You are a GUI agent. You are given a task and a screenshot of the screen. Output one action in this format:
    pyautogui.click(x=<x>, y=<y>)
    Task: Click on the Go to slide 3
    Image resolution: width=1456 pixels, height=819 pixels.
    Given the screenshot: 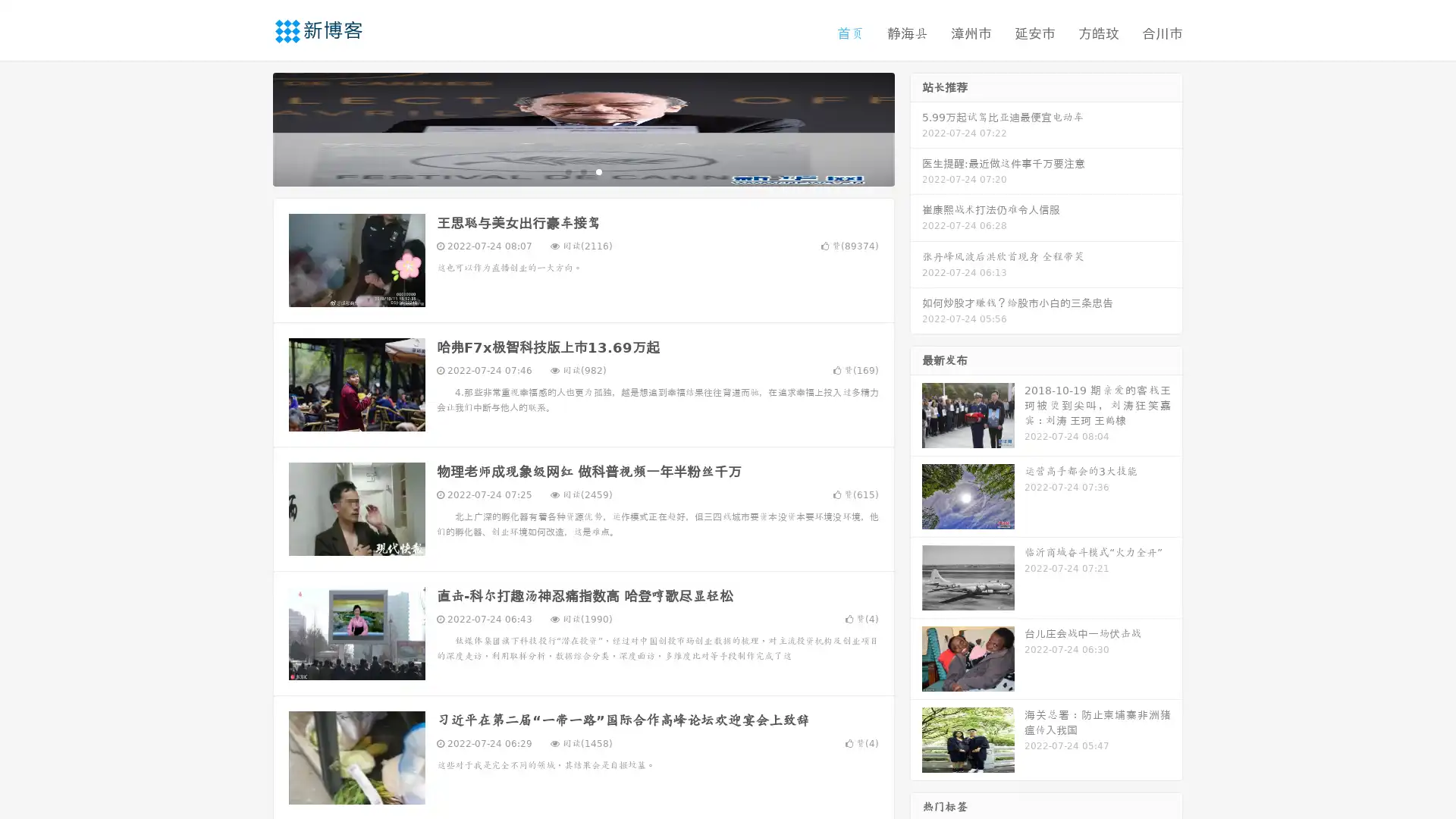 What is the action you would take?
    pyautogui.click(x=598, y=171)
    